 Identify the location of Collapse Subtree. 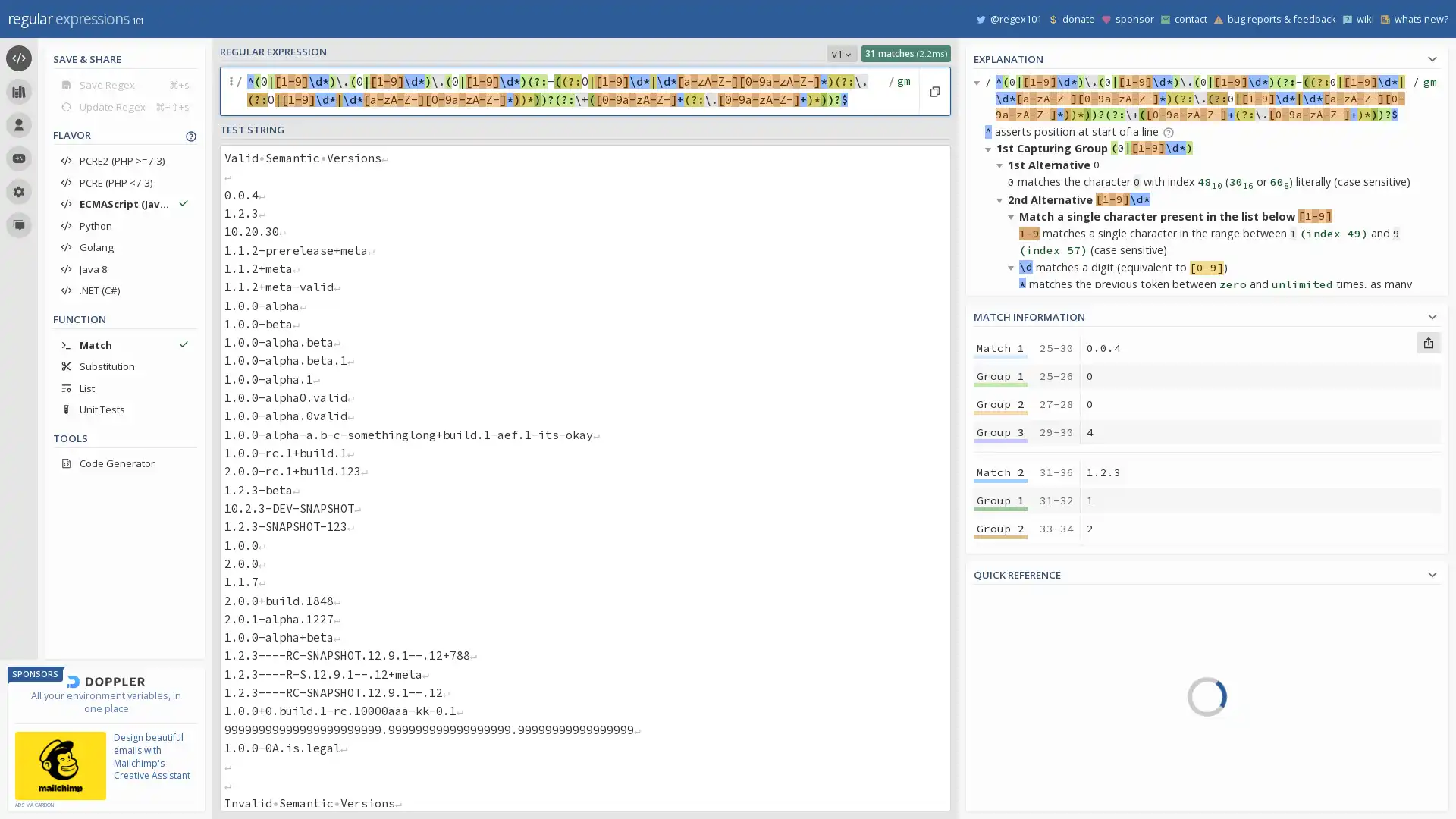
(1013, 265).